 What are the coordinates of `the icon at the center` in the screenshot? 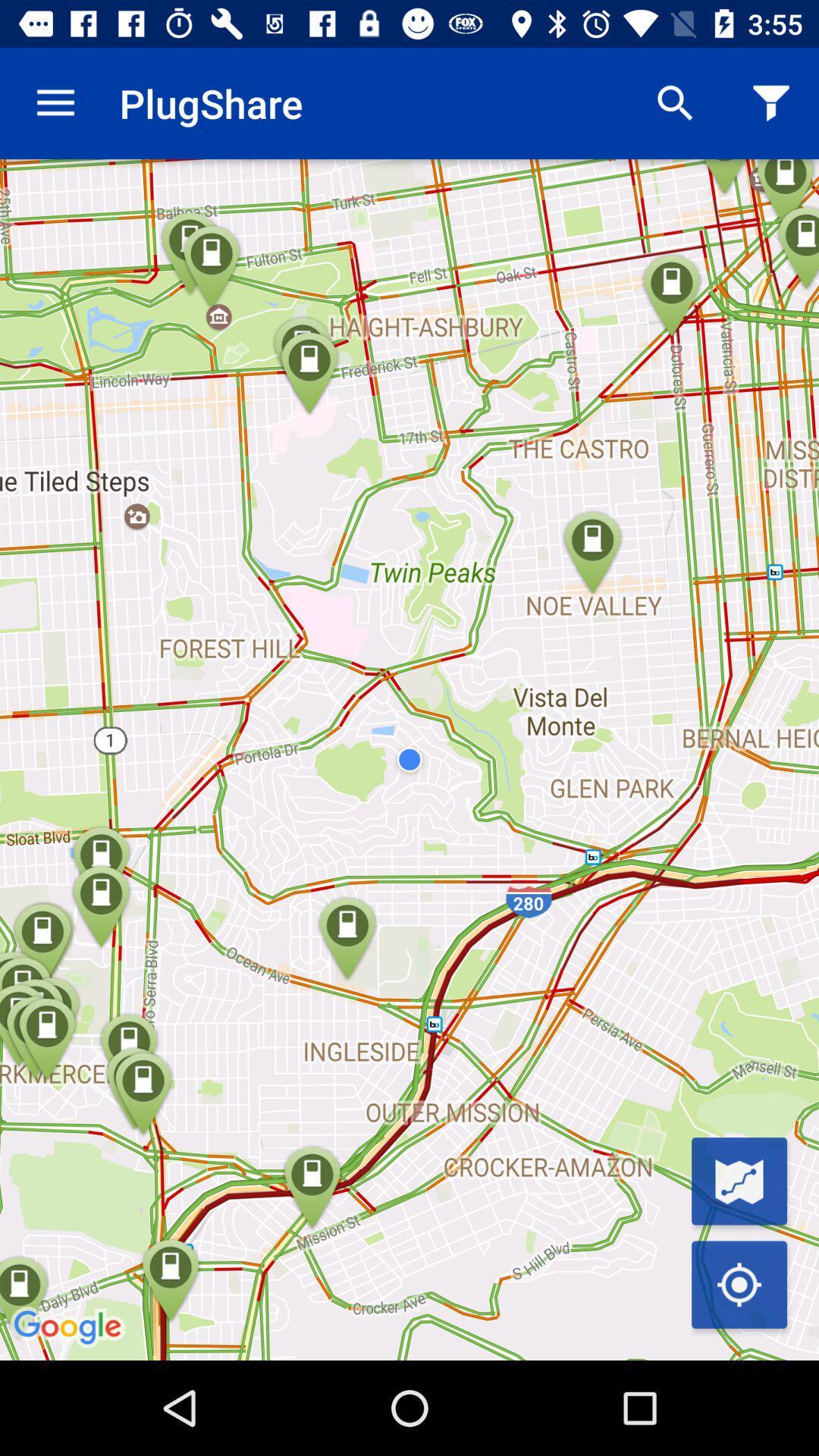 It's located at (409, 760).